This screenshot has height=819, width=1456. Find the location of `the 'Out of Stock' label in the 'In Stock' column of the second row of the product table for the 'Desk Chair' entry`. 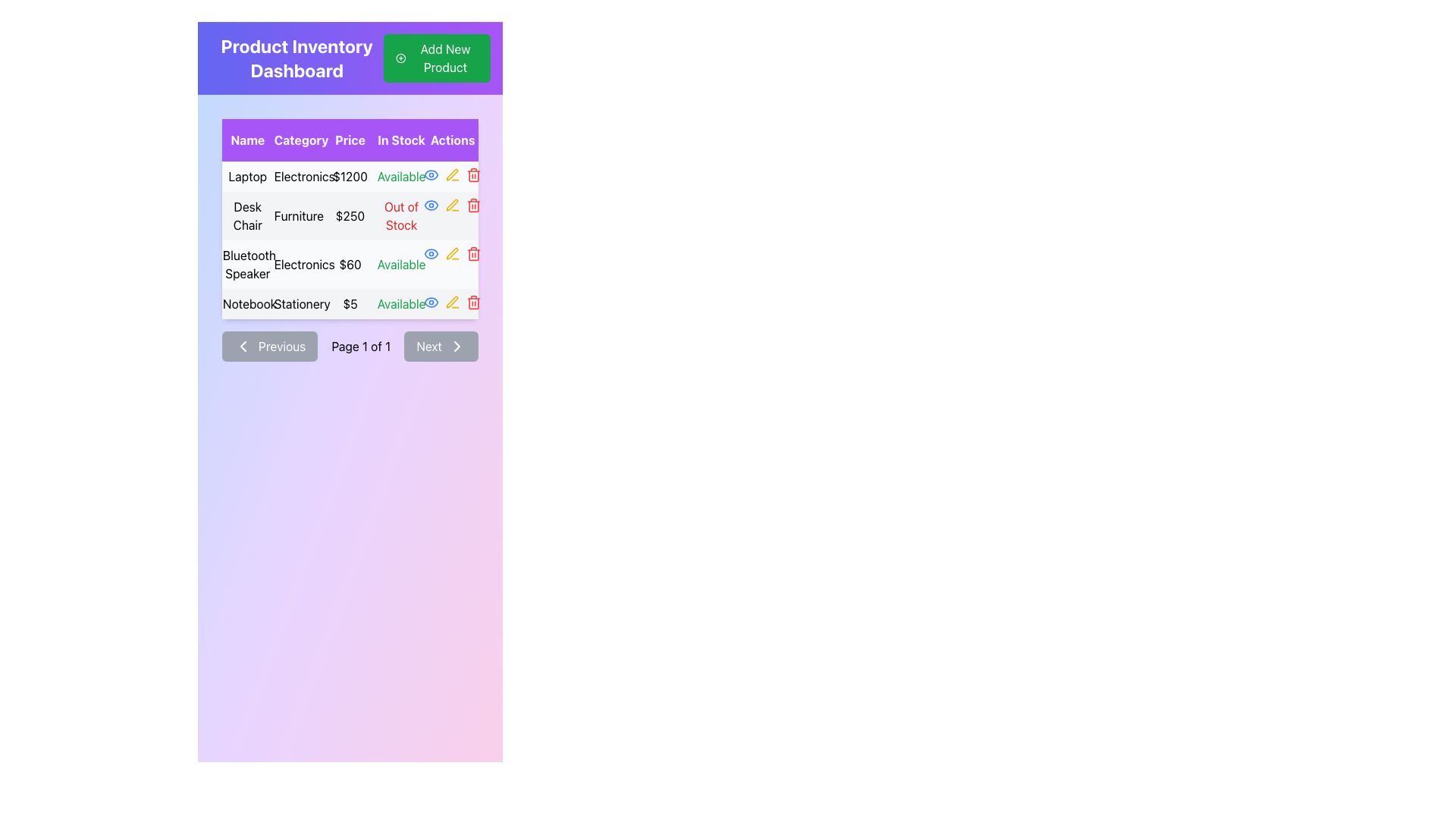

the 'Out of Stock' label in the 'In Stock' column of the second row of the product table for the 'Desk Chair' entry is located at coordinates (401, 216).